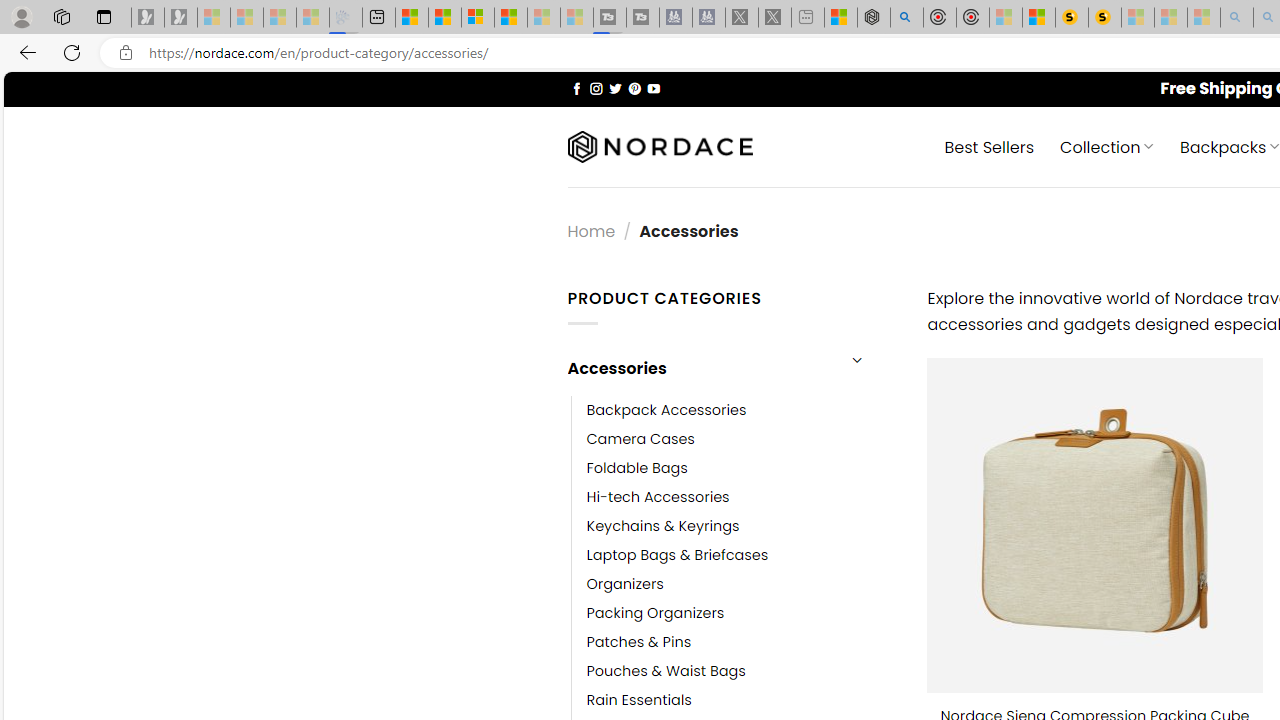 This screenshot has width=1280, height=720. I want to click on 'Laptop Bags & Briefcases', so click(677, 555).